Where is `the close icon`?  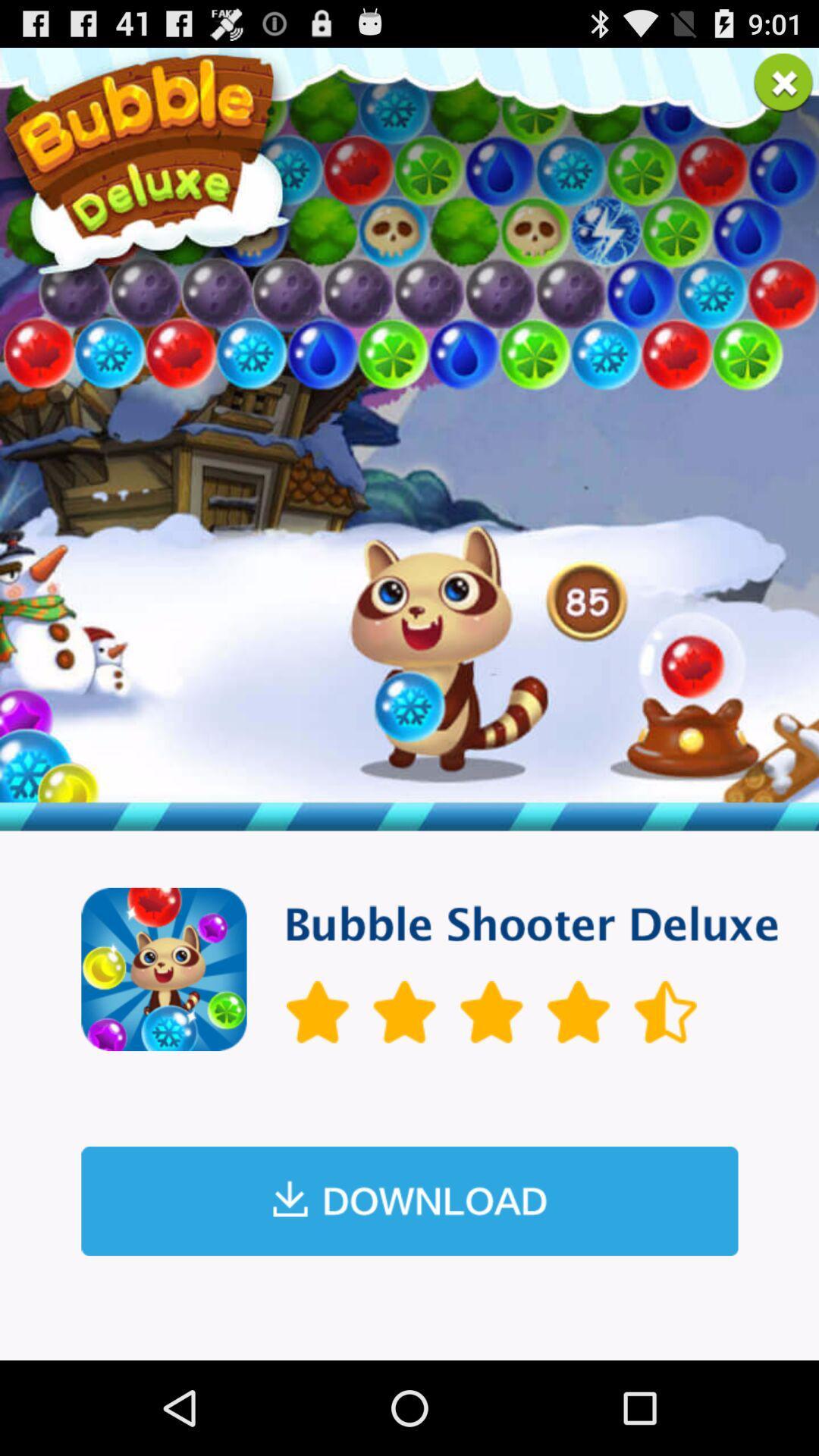
the close icon is located at coordinates (783, 88).